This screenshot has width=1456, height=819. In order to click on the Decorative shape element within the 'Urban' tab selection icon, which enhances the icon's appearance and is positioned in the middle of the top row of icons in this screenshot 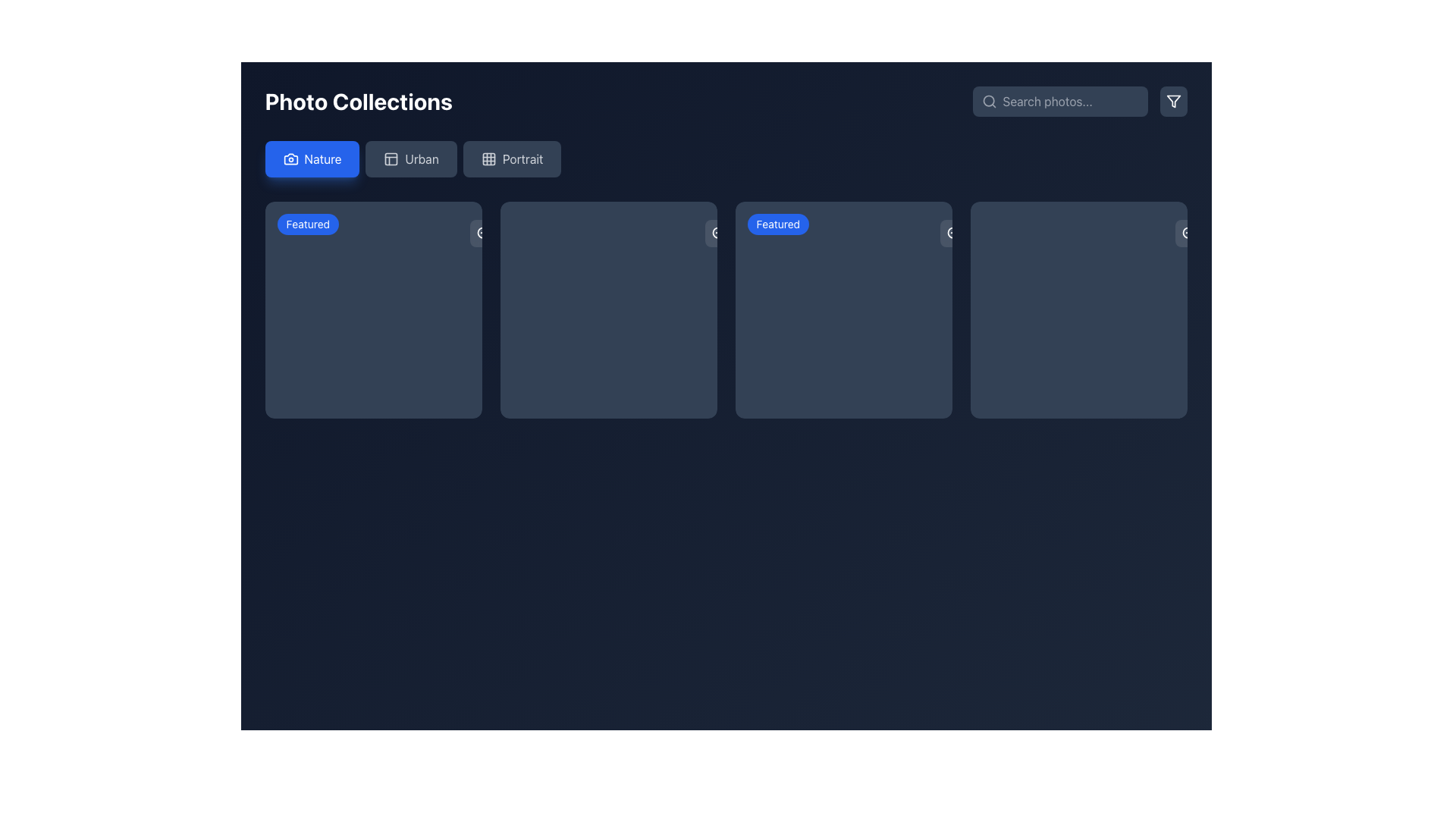, I will do `click(391, 158)`.